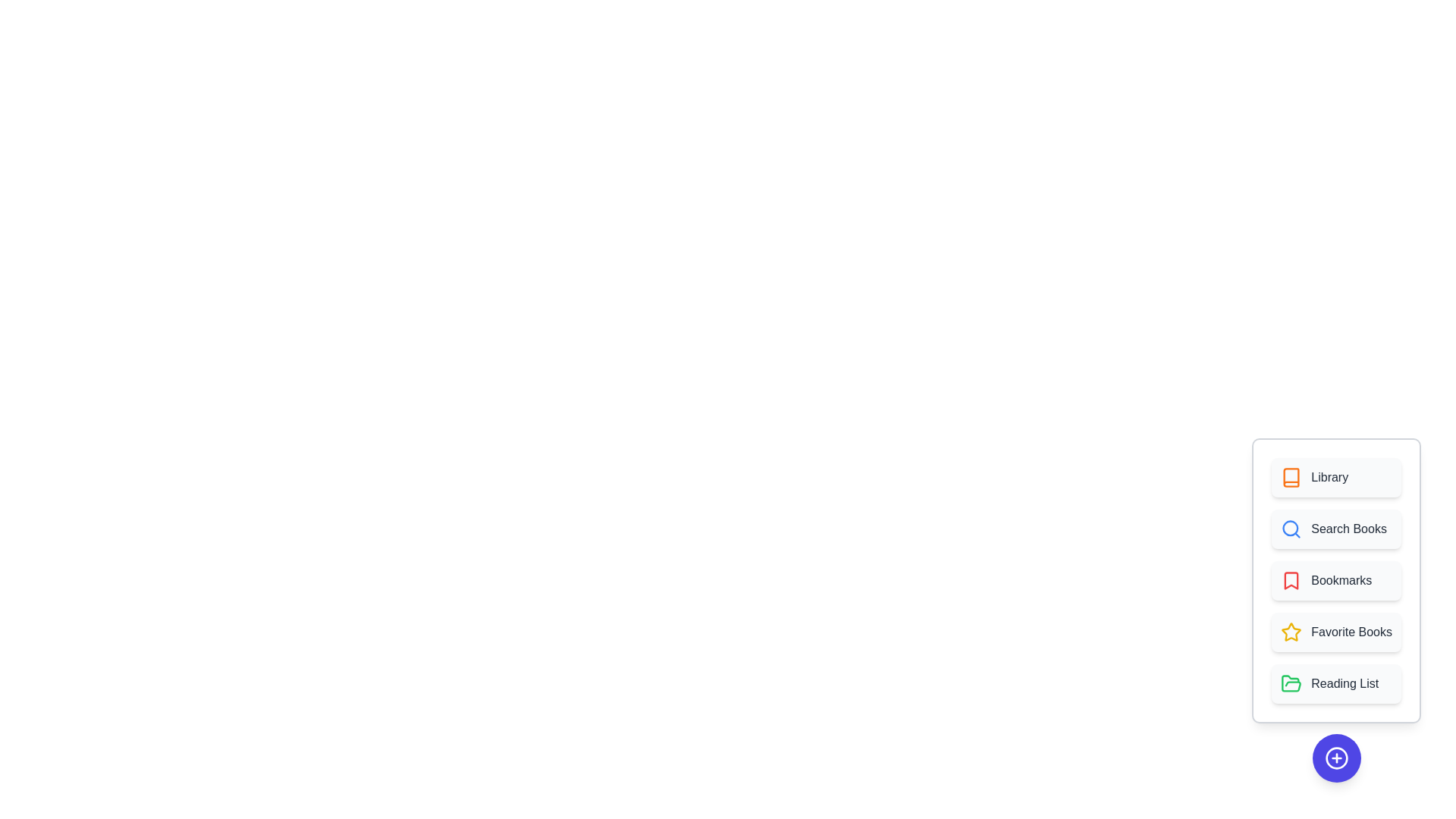  Describe the element at coordinates (1336, 684) in the screenshot. I see `the 'Reading List' option in the menu` at that location.